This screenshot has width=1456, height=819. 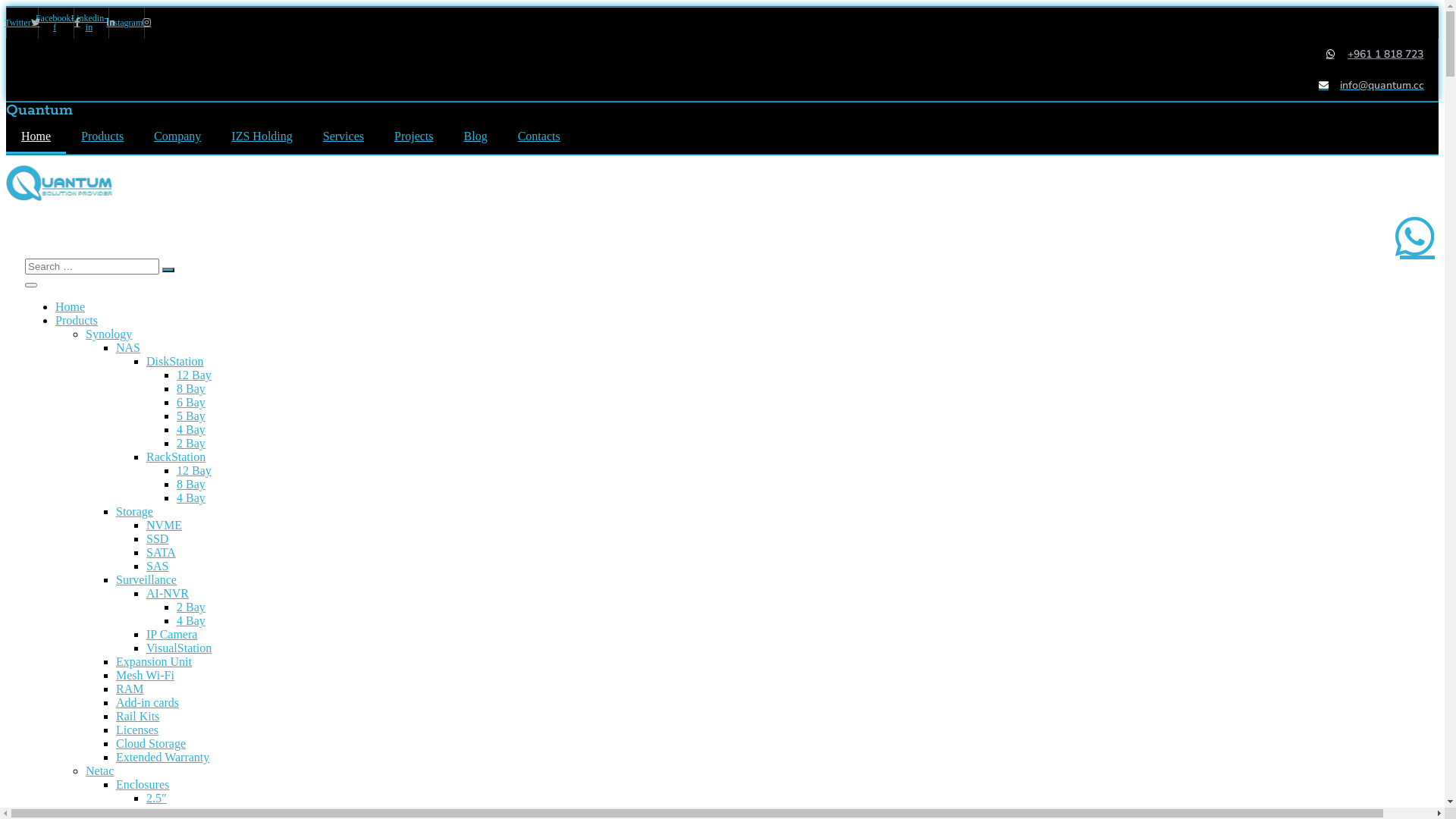 What do you see at coordinates (157, 538) in the screenshot?
I see `'SSD'` at bounding box center [157, 538].